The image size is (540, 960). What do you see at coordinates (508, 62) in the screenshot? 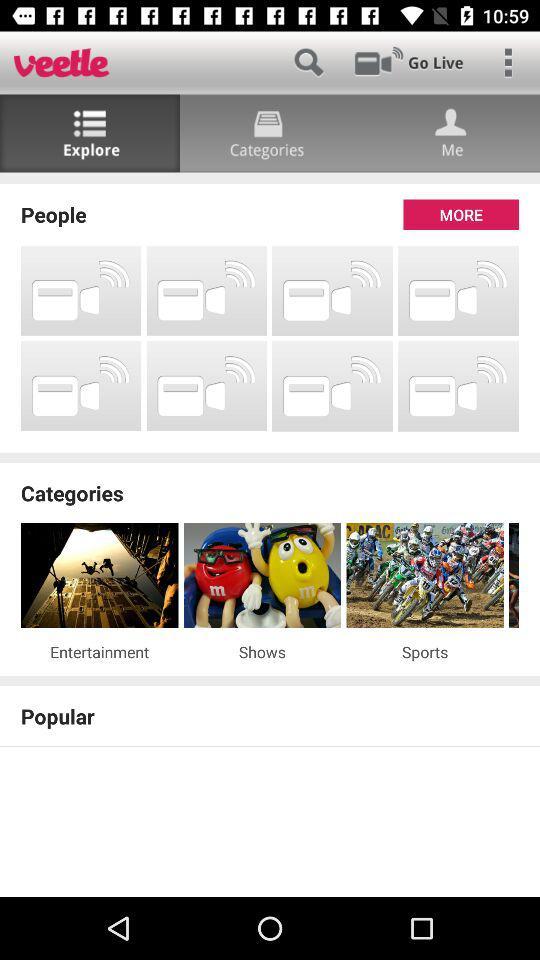
I see `main menu` at bounding box center [508, 62].